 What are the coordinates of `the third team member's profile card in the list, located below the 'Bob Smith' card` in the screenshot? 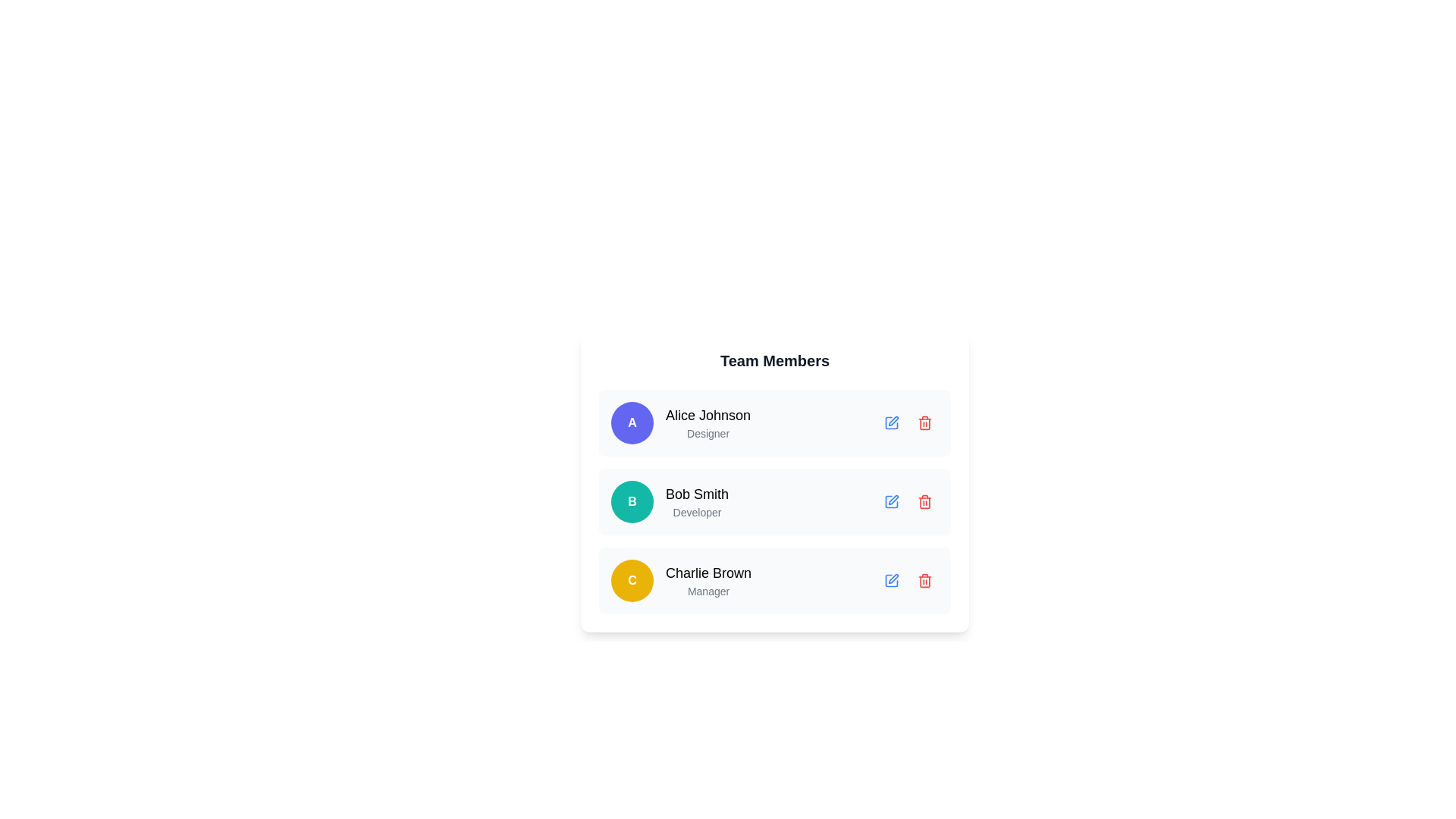 It's located at (775, 580).